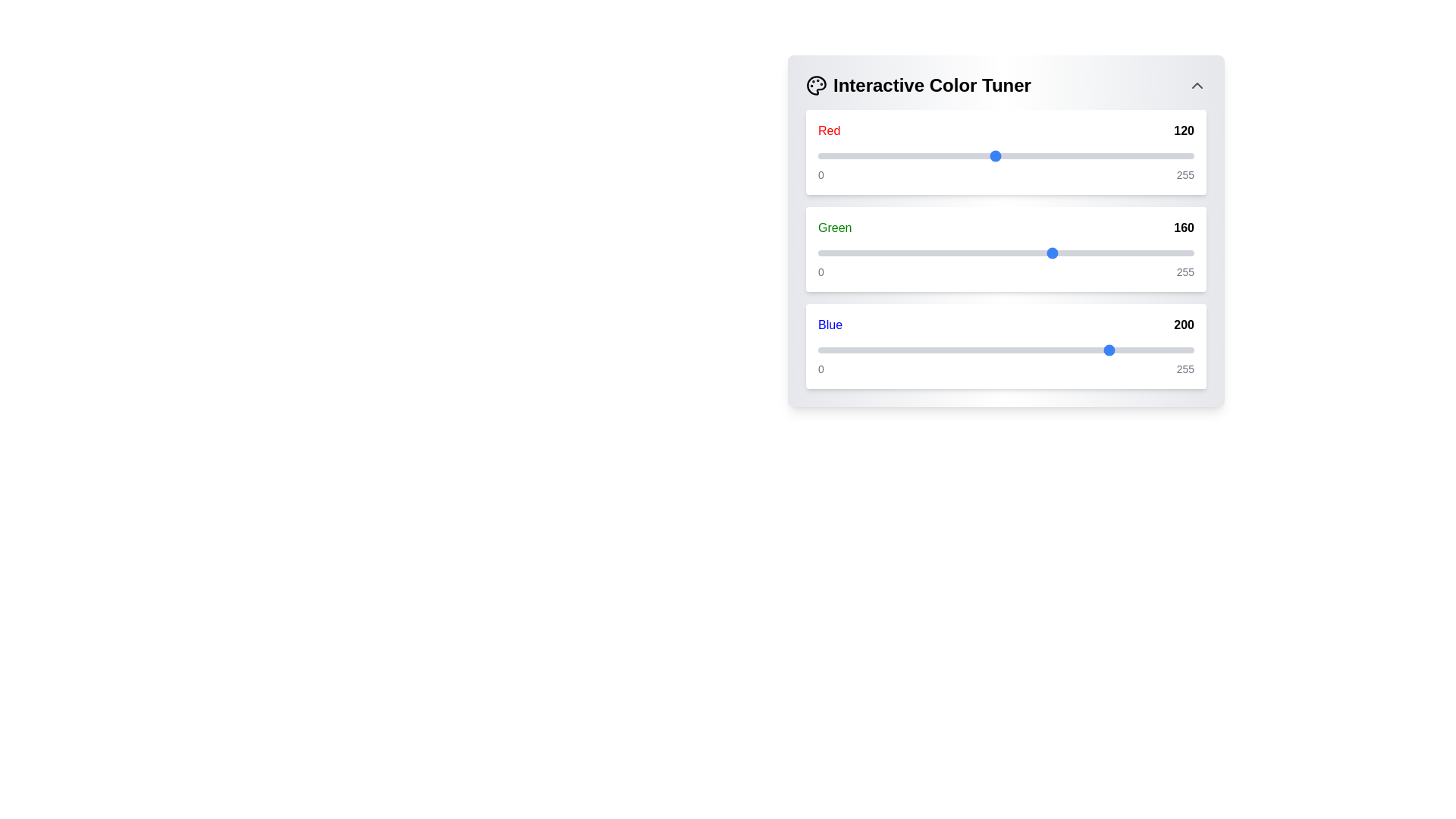  What do you see at coordinates (1055, 155) in the screenshot?
I see `the red color intensity` at bounding box center [1055, 155].